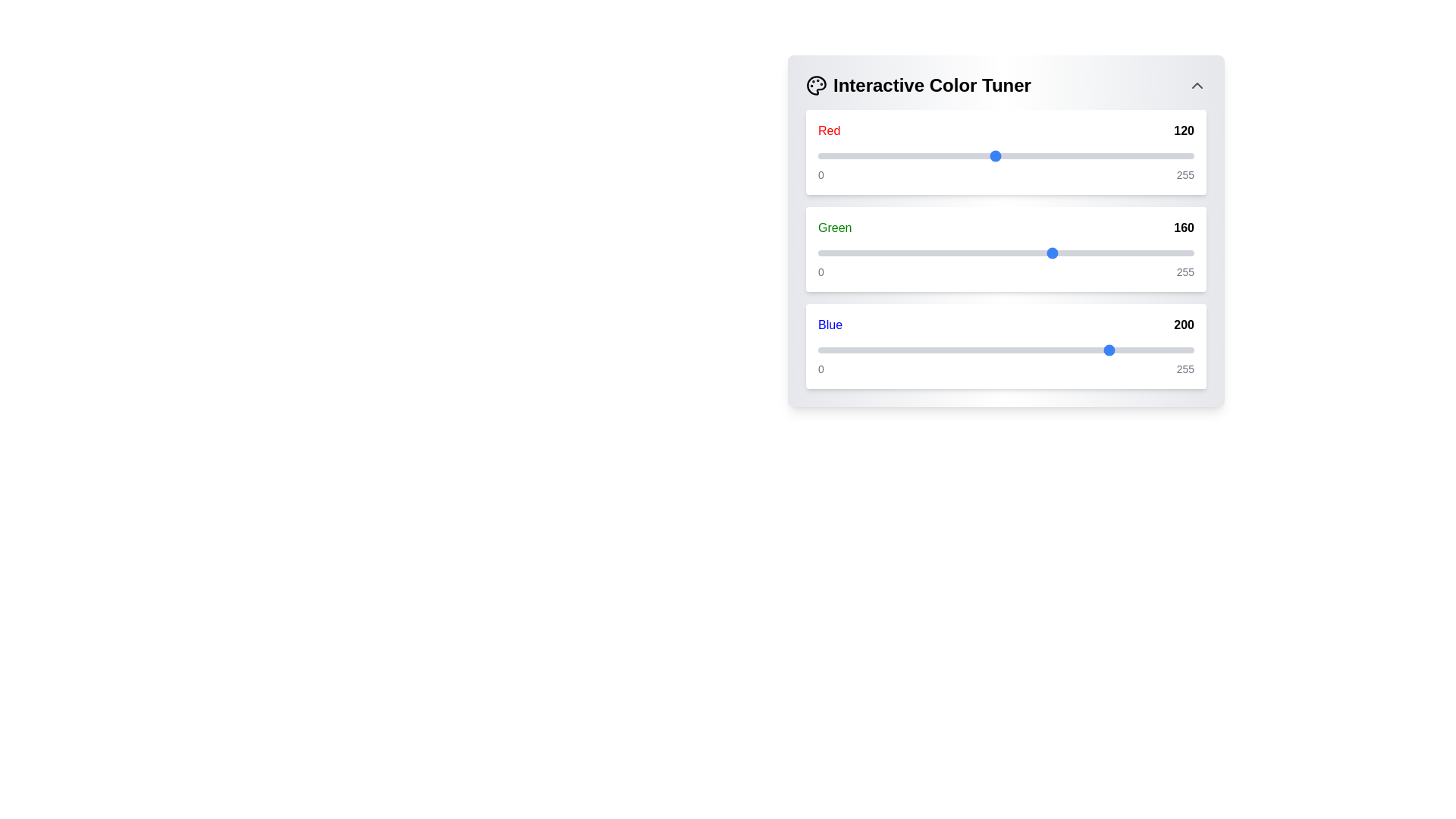  What do you see at coordinates (1055, 155) in the screenshot?
I see `the red color intensity` at bounding box center [1055, 155].